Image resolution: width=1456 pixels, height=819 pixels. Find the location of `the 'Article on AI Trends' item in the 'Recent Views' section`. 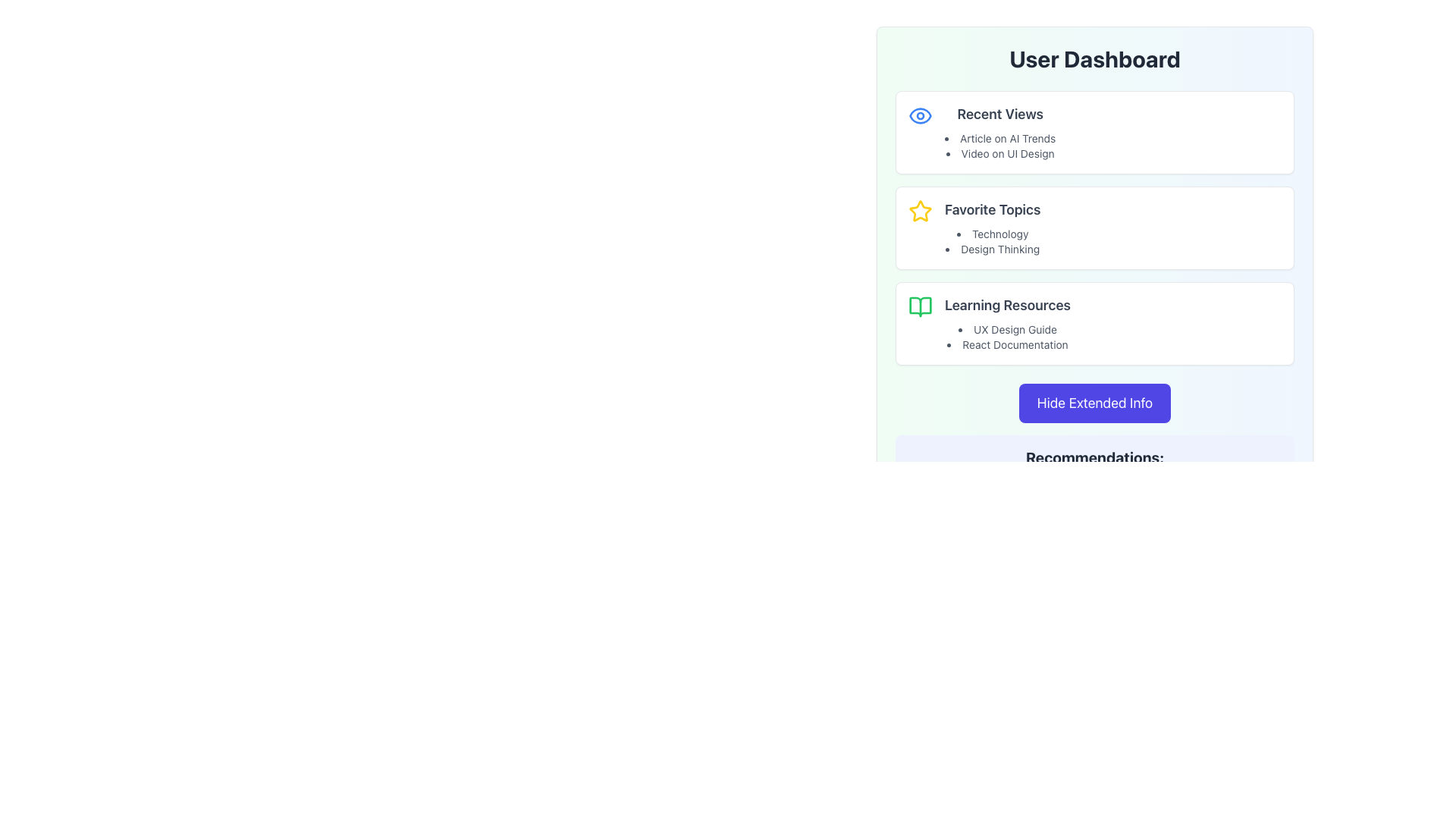

the 'Article on AI Trends' item in the 'Recent Views' section is located at coordinates (1000, 131).